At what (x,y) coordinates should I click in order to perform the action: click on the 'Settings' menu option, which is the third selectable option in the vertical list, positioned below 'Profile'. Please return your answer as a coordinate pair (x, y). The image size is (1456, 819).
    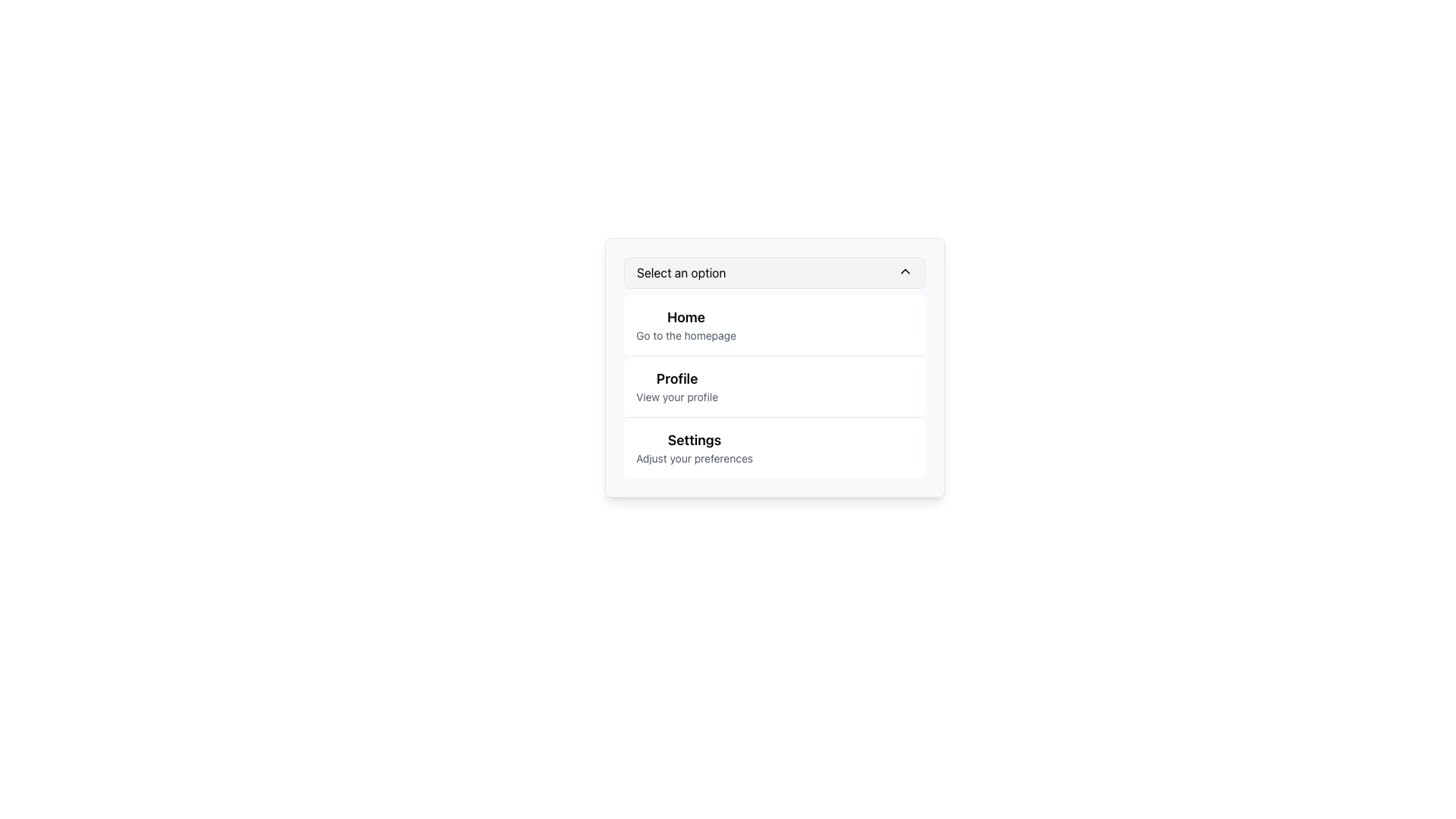
    Looking at the image, I should click on (694, 447).